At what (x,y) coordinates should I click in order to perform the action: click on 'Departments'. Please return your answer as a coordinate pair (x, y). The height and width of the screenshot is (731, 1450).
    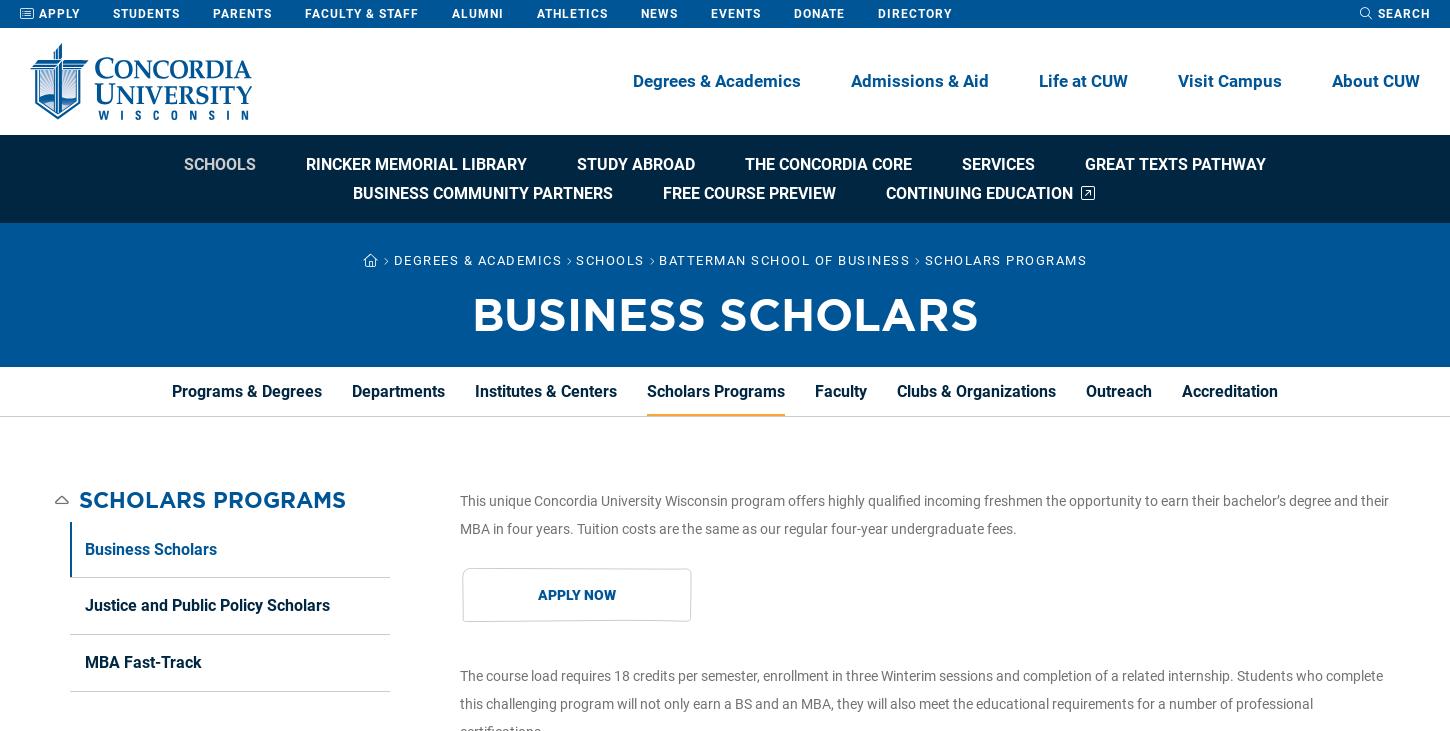
    Looking at the image, I should click on (397, 390).